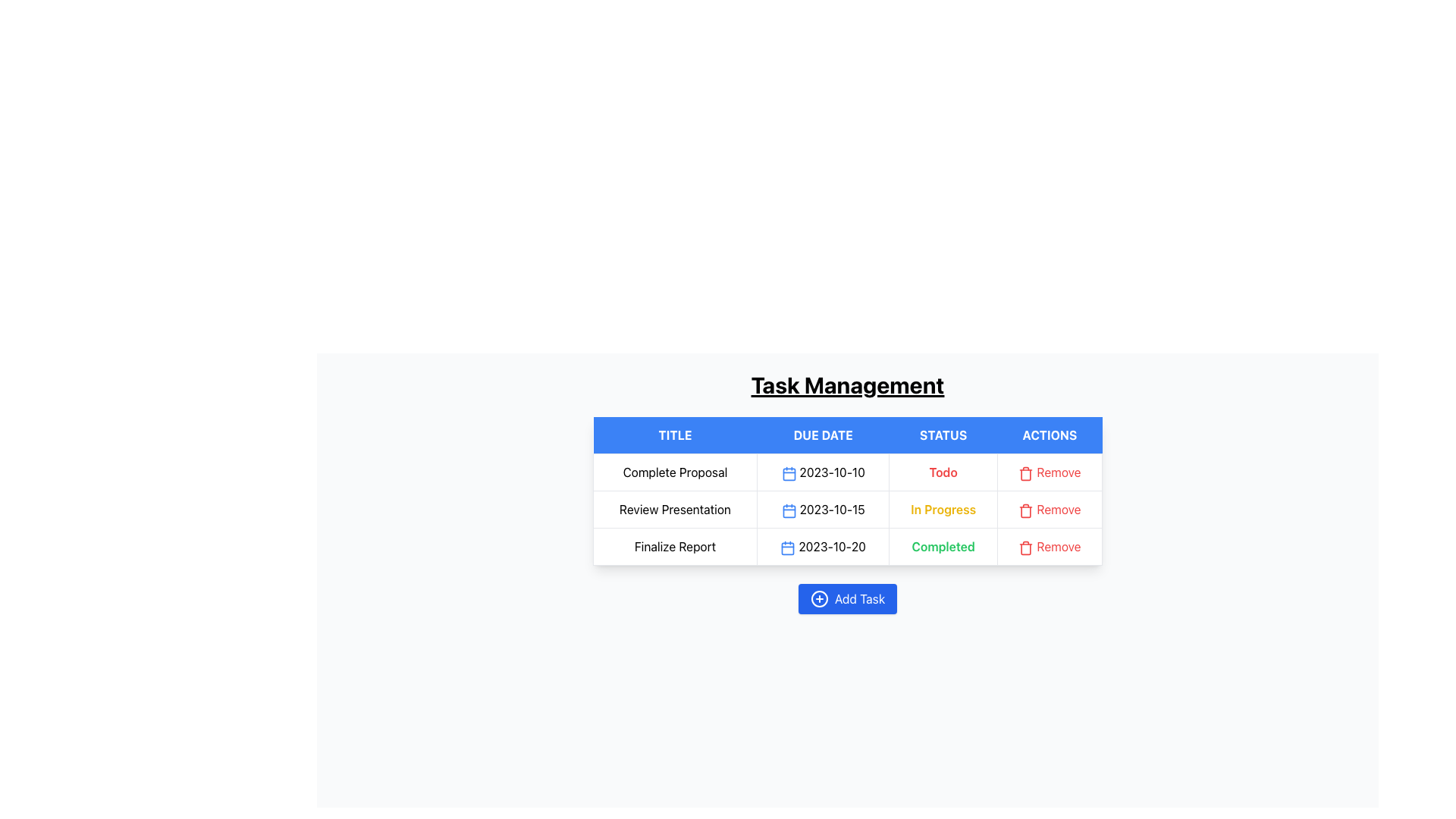 Image resolution: width=1456 pixels, height=819 pixels. I want to click on the 'ACTIONS' header in the table which has a blue background and bold white text, located in the fourth column of the header row, so click(1049, 435).